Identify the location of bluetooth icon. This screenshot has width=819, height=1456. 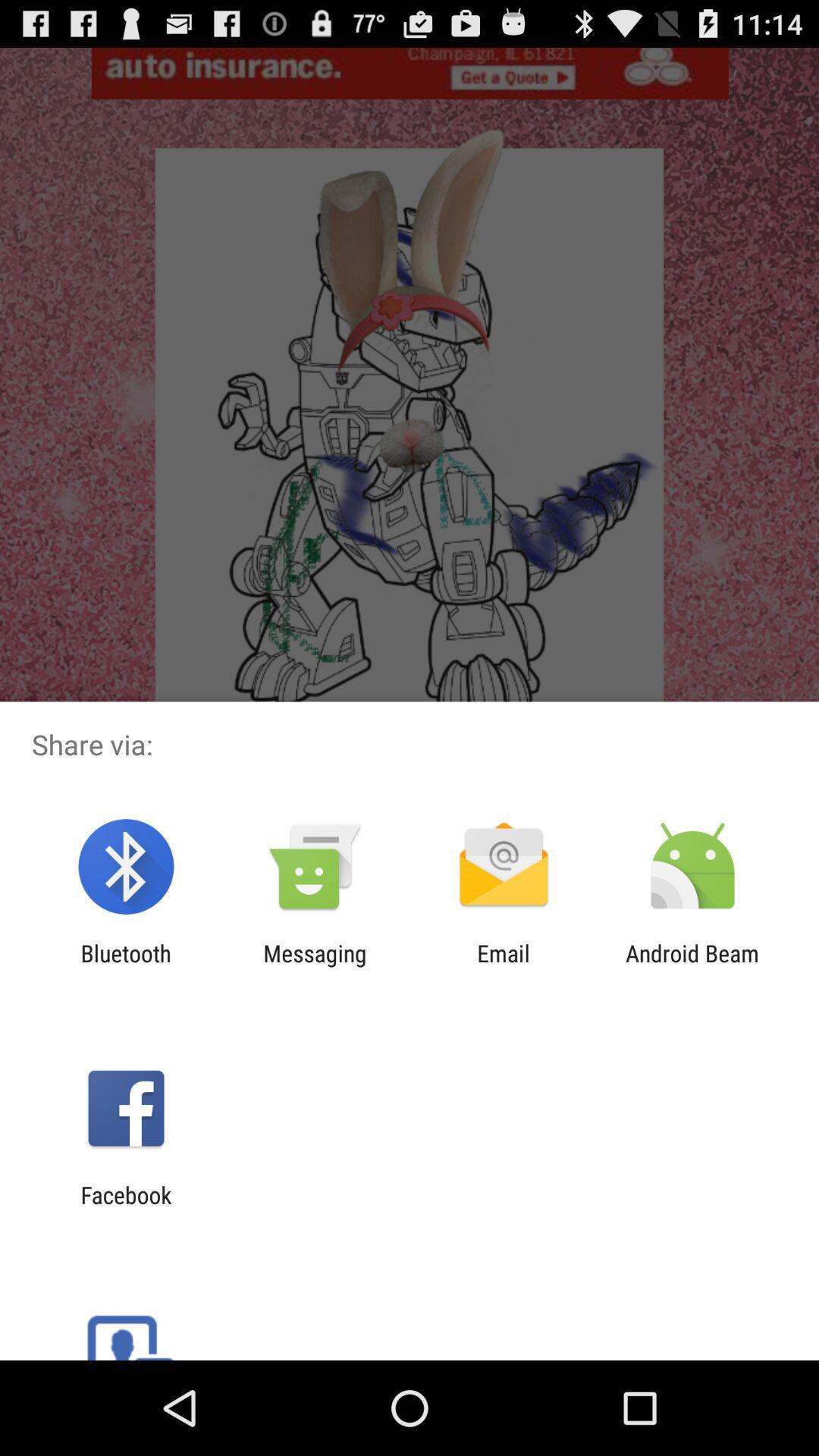
(125, 966).